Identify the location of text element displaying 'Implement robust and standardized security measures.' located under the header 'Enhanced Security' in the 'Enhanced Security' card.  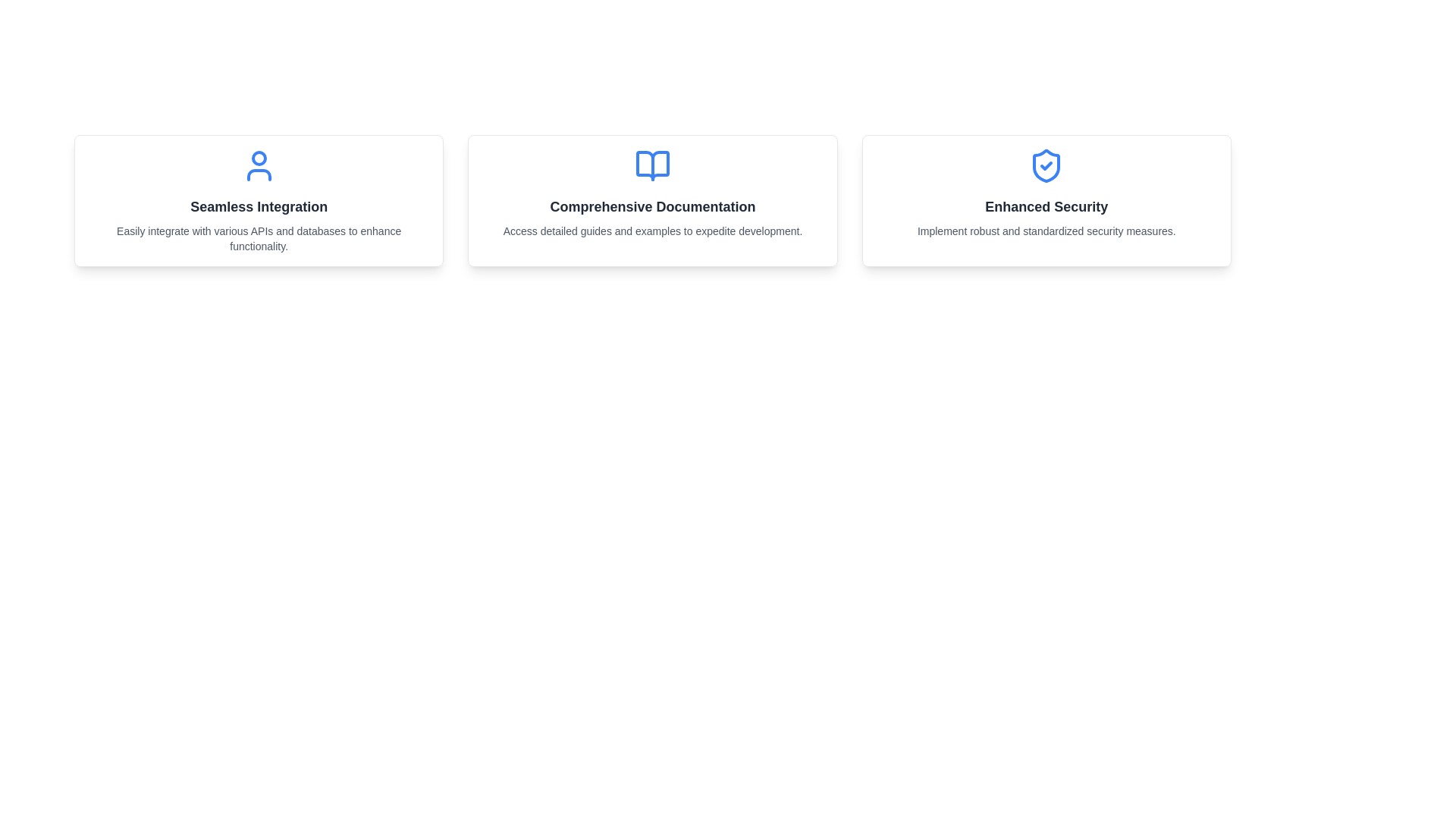
(1046, 231).